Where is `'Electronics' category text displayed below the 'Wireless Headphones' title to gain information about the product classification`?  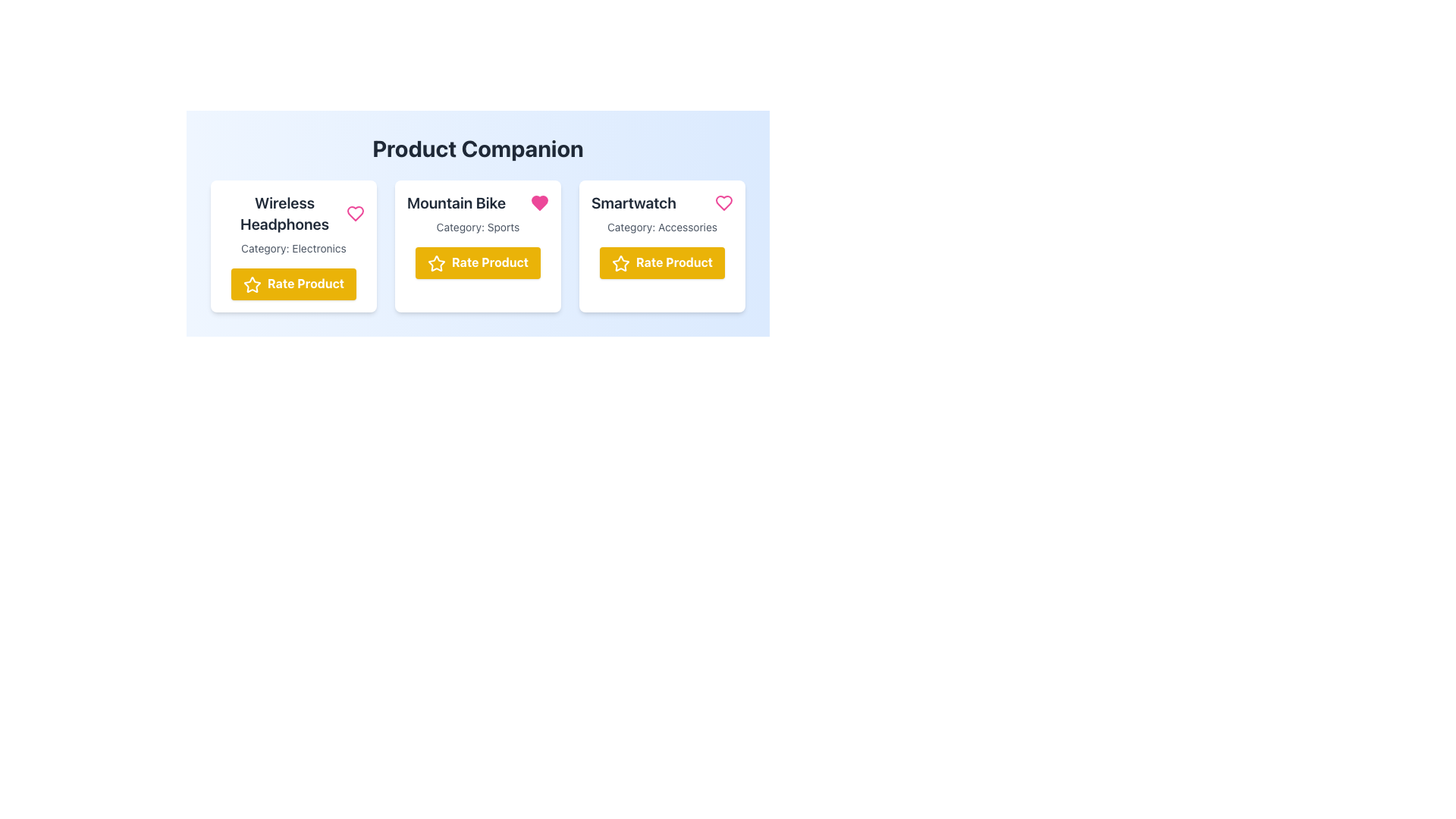 'Electronics' category text displayed below the 'Wireless Headphones' title to gain information about the product classification is located at coordinates (293, 247).